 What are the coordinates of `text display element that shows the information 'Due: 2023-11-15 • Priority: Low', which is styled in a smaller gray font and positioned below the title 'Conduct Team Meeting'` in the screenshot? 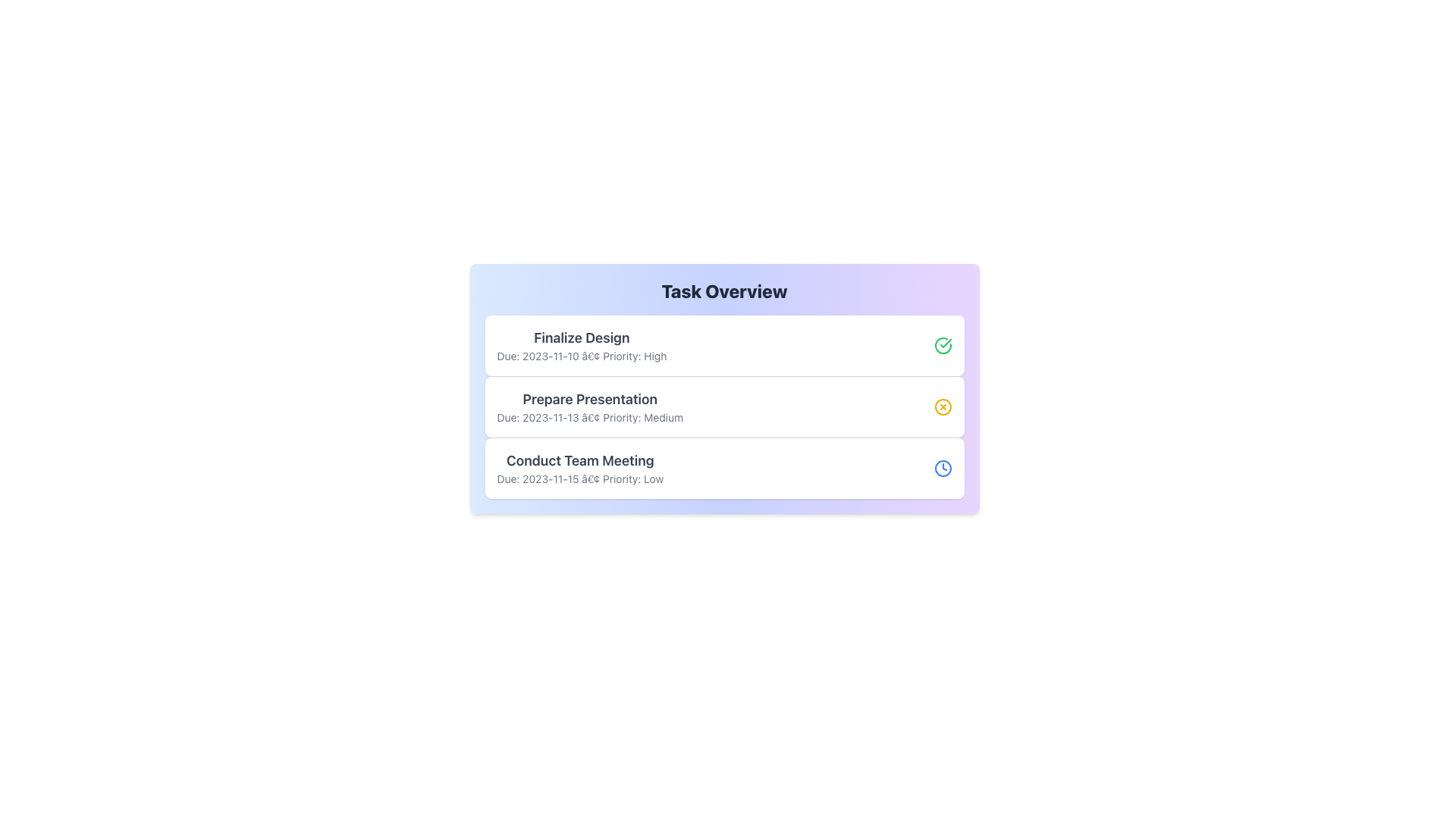 It's located at (579, 479).